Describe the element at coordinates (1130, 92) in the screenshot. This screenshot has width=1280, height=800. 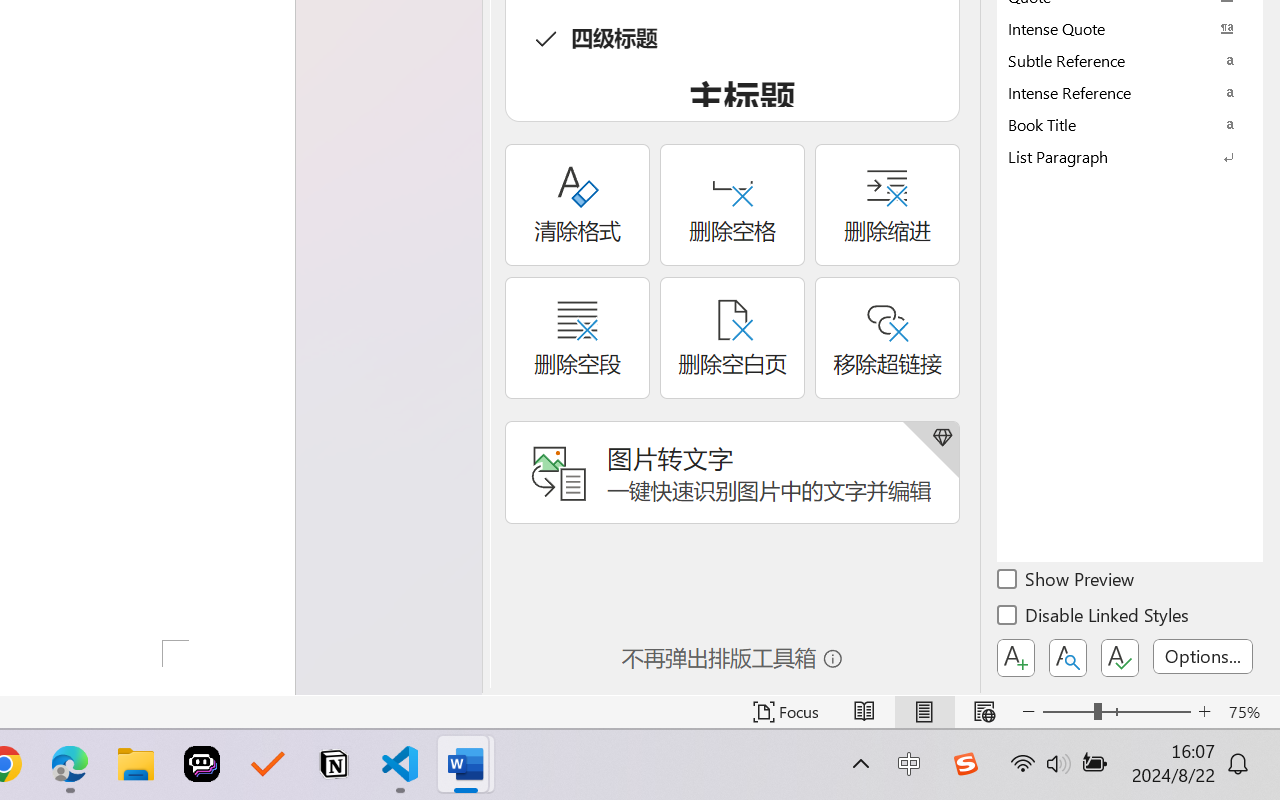
I see `'Intense Reference'` at that location.